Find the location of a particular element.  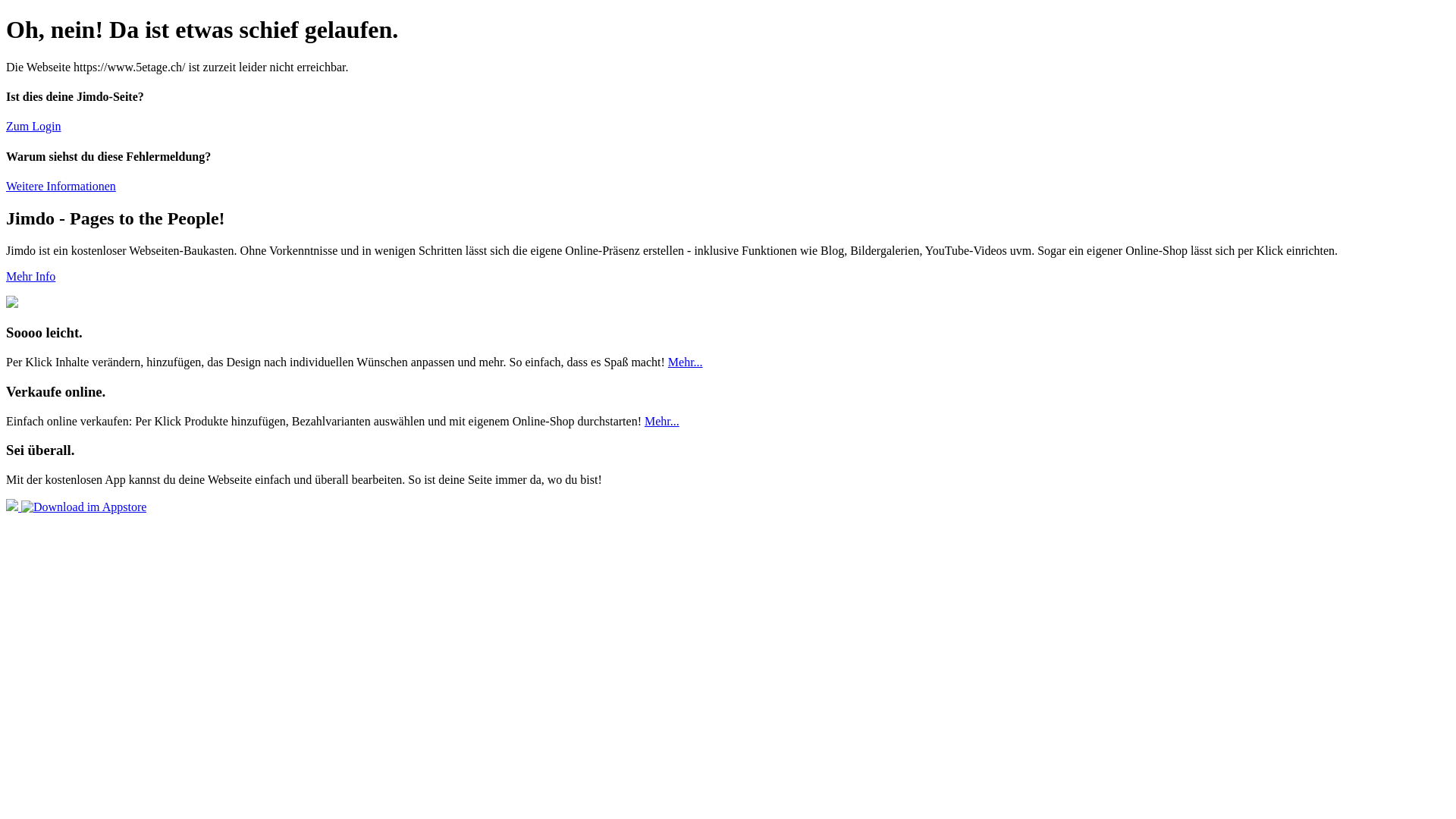

'Zum Login' is located at coordinates (6, 125).